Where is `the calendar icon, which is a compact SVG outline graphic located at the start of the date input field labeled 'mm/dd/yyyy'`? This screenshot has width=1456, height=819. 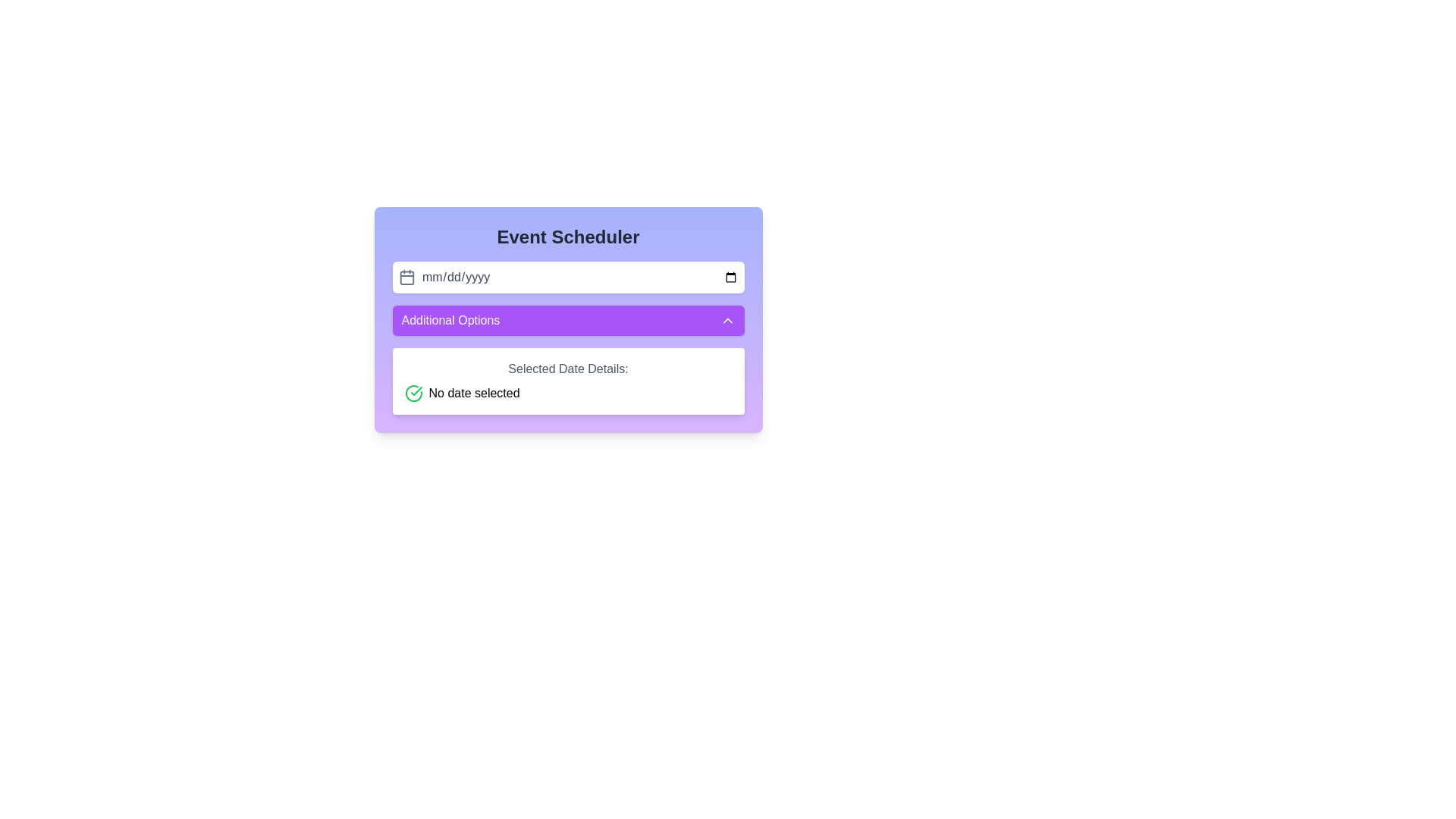
the calendar icon, which is a compact SVG outline graphic located at the start of the date input field labeled 'mm/dd/yyyy' is located at coordinates (406, 278).